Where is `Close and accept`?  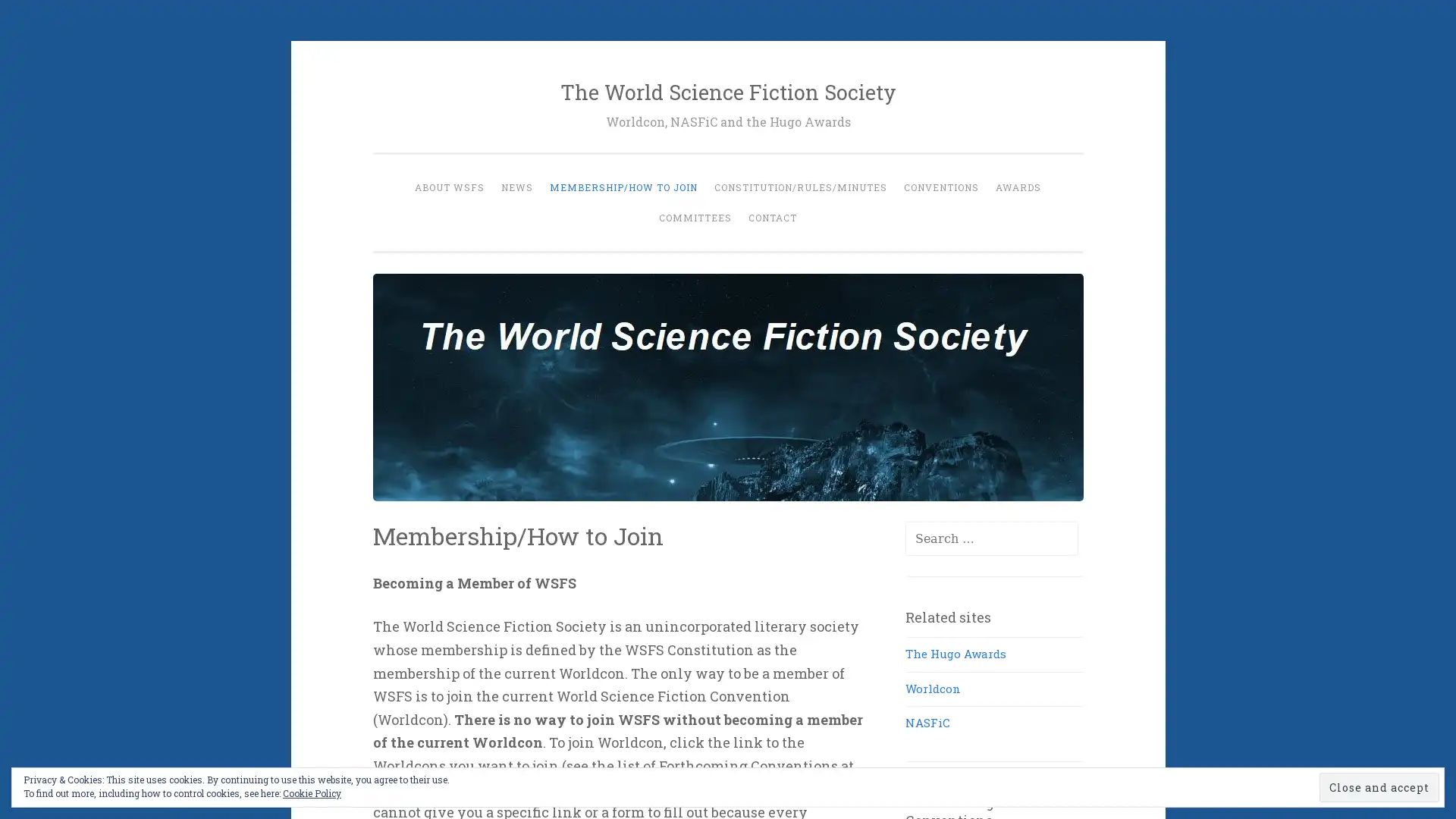 Close and accept is located at coordinates (1379, 786).